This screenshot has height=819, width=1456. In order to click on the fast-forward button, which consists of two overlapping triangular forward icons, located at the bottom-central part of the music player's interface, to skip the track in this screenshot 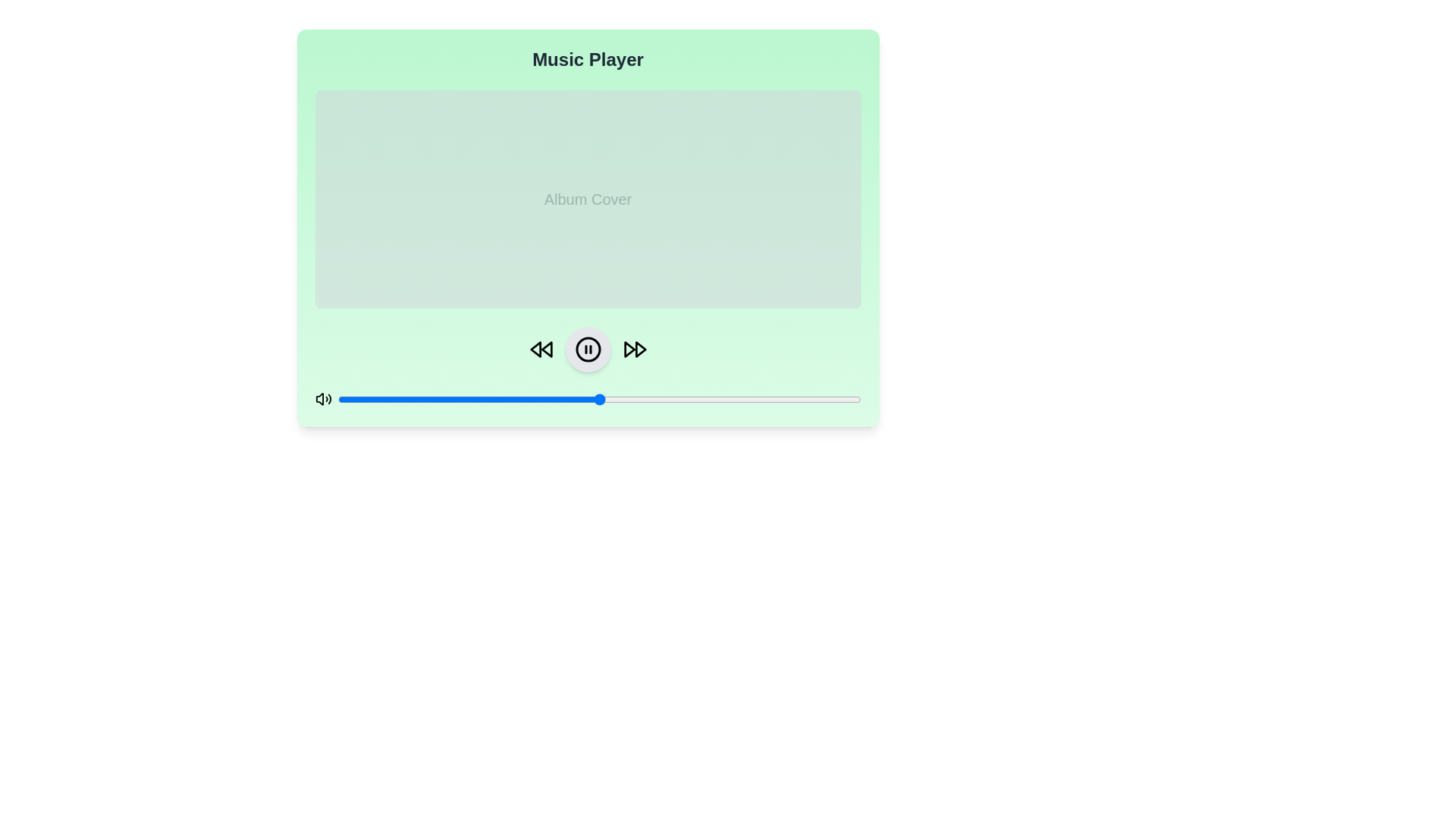, I will do `click(635, 350)`.